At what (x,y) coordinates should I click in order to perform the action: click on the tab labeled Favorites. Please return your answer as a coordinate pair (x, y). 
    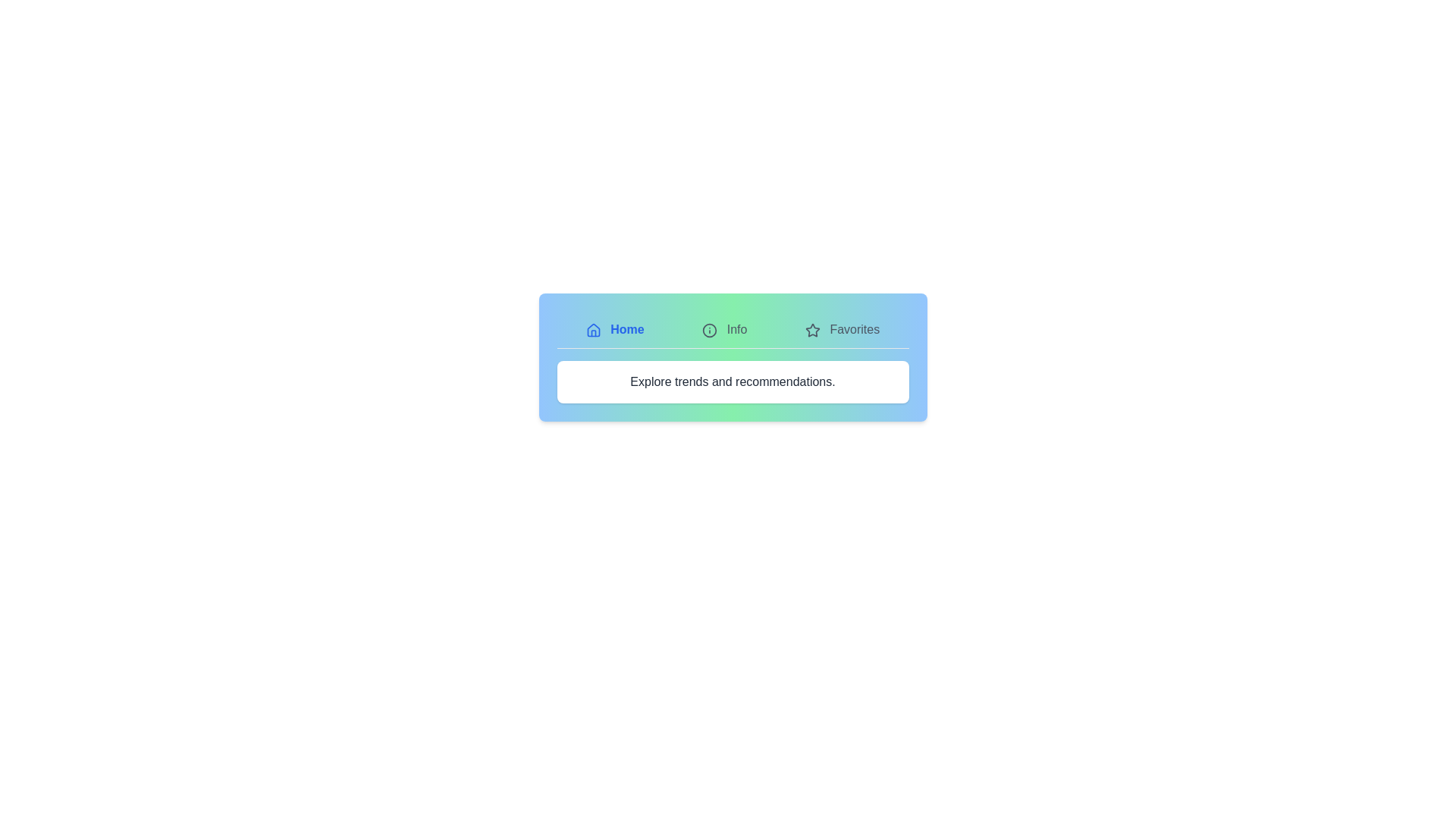
    Looking at the image, I should click on (841, 329).